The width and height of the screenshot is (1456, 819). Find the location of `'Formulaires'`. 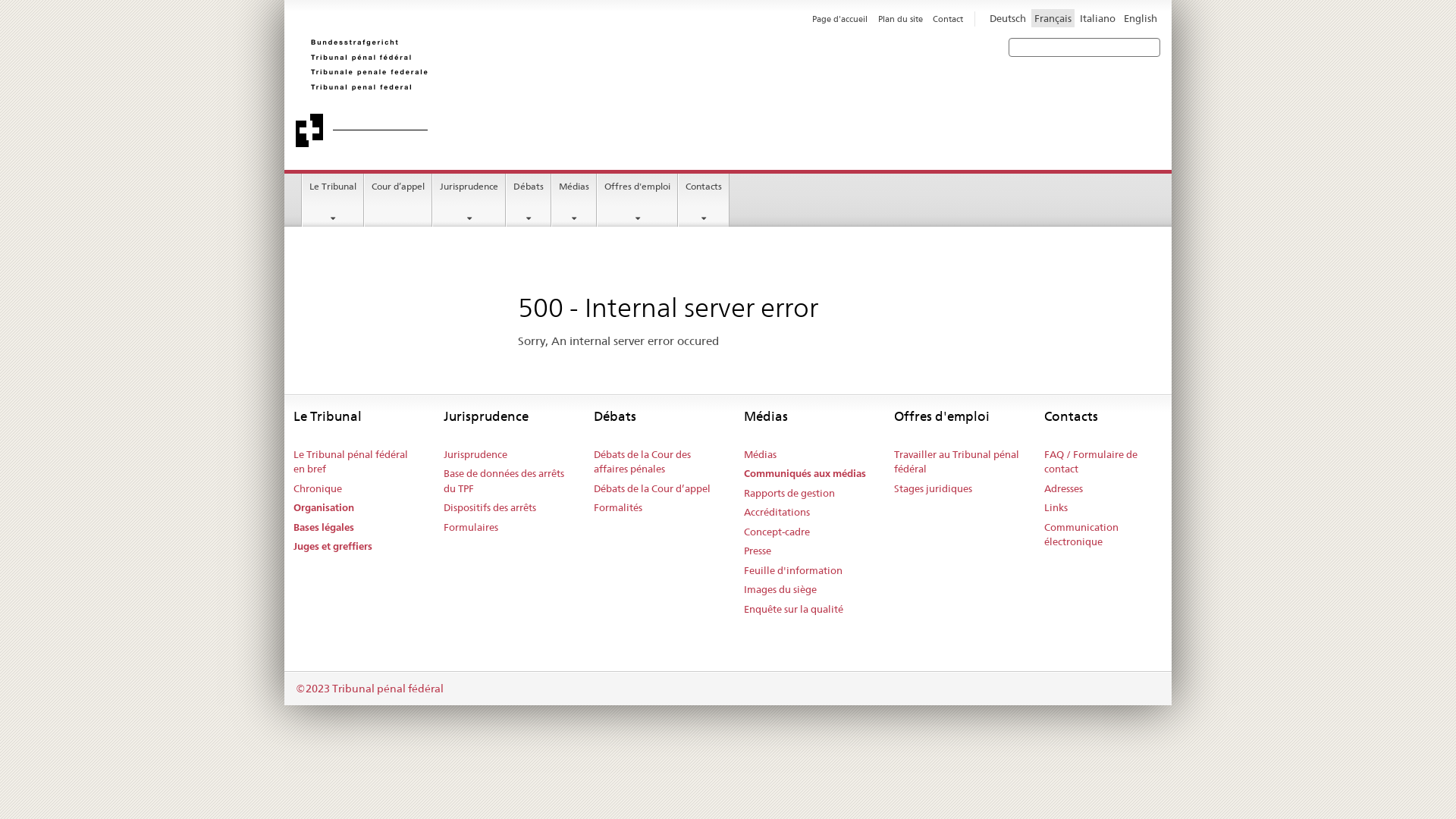

'Formulaires' is located at coordinates (469, 526).